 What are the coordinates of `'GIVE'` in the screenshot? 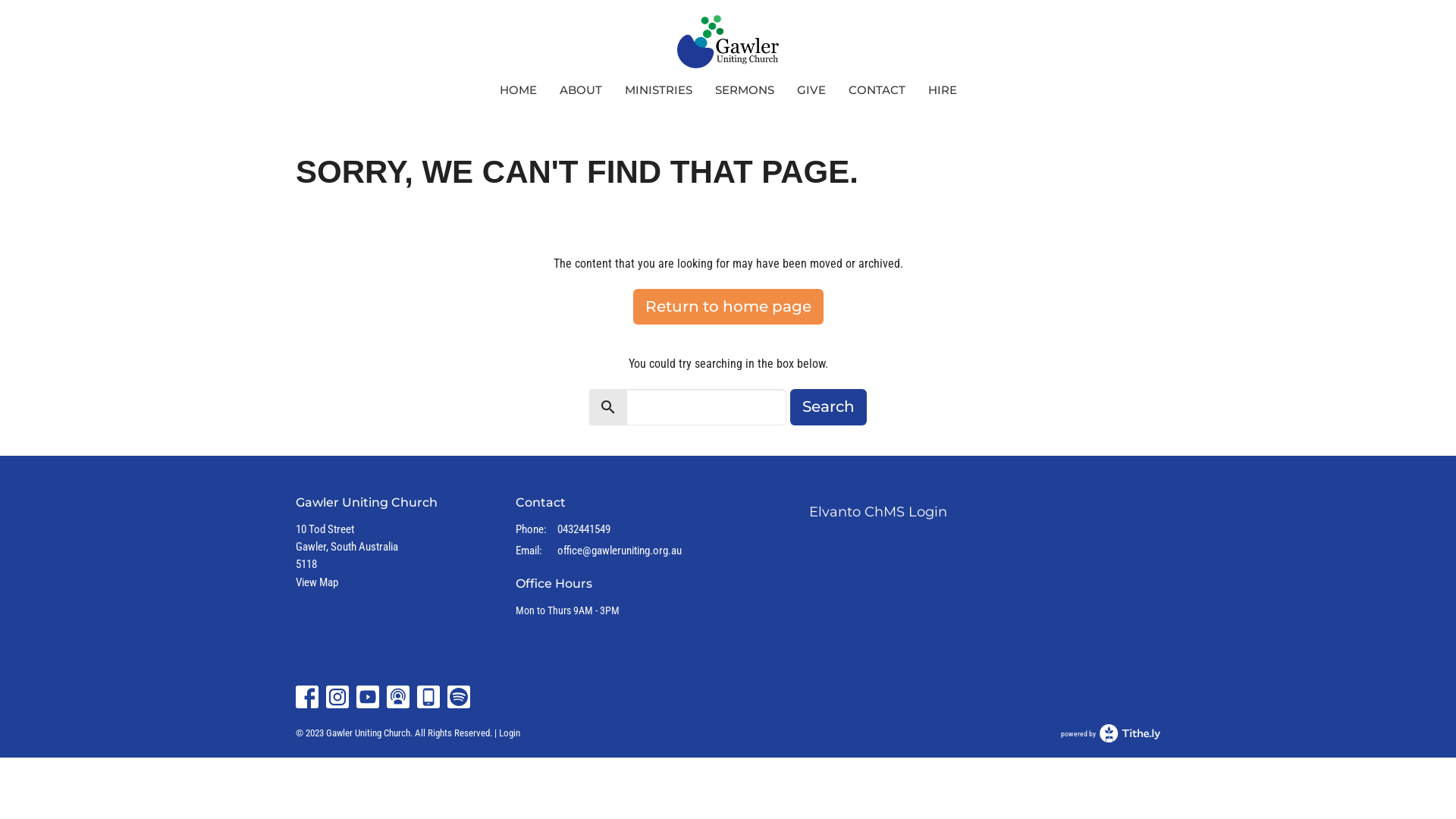 It's located at (795, 89).